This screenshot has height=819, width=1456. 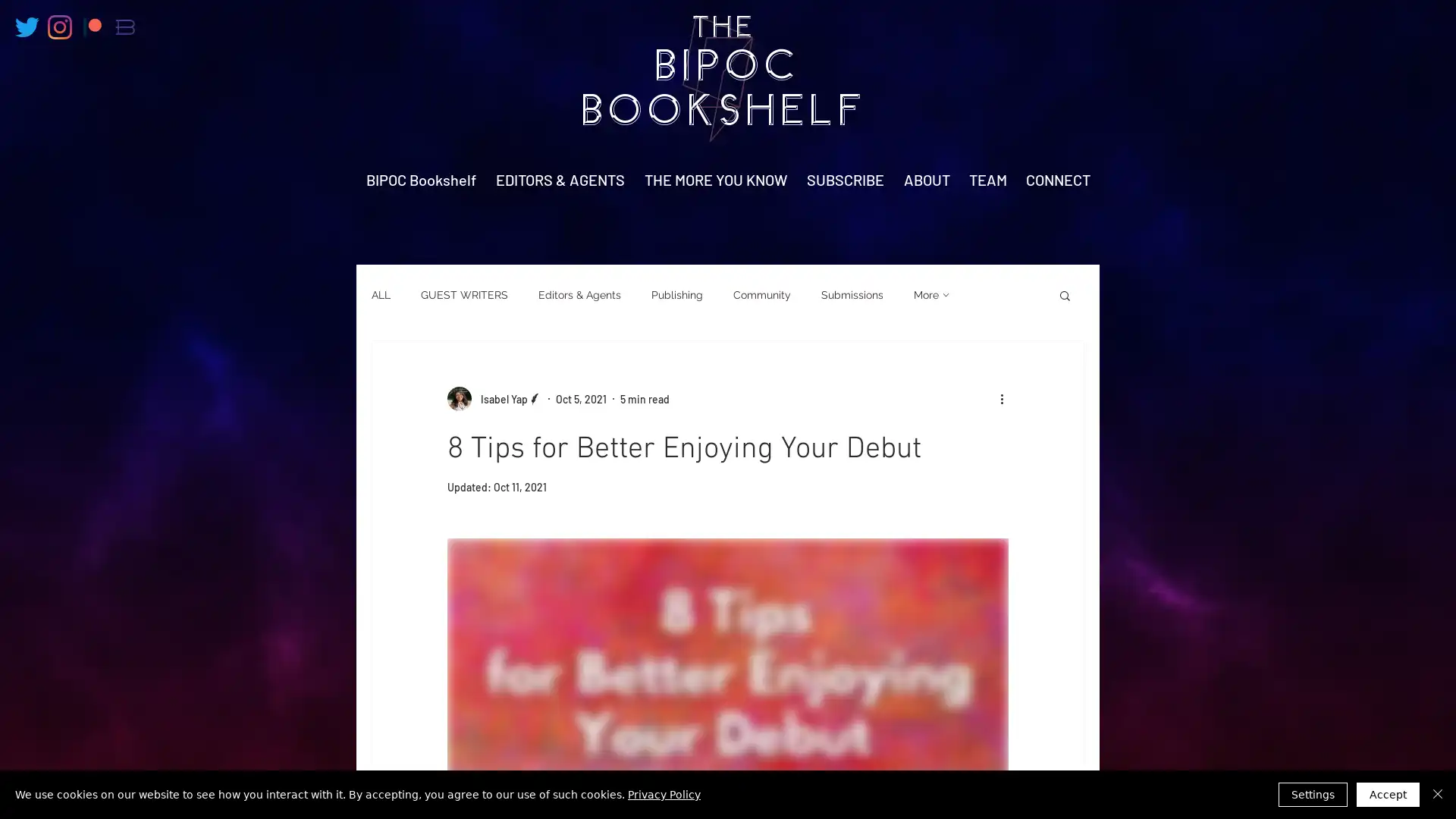 I want to click on ALL, so click(x=381, y=295).